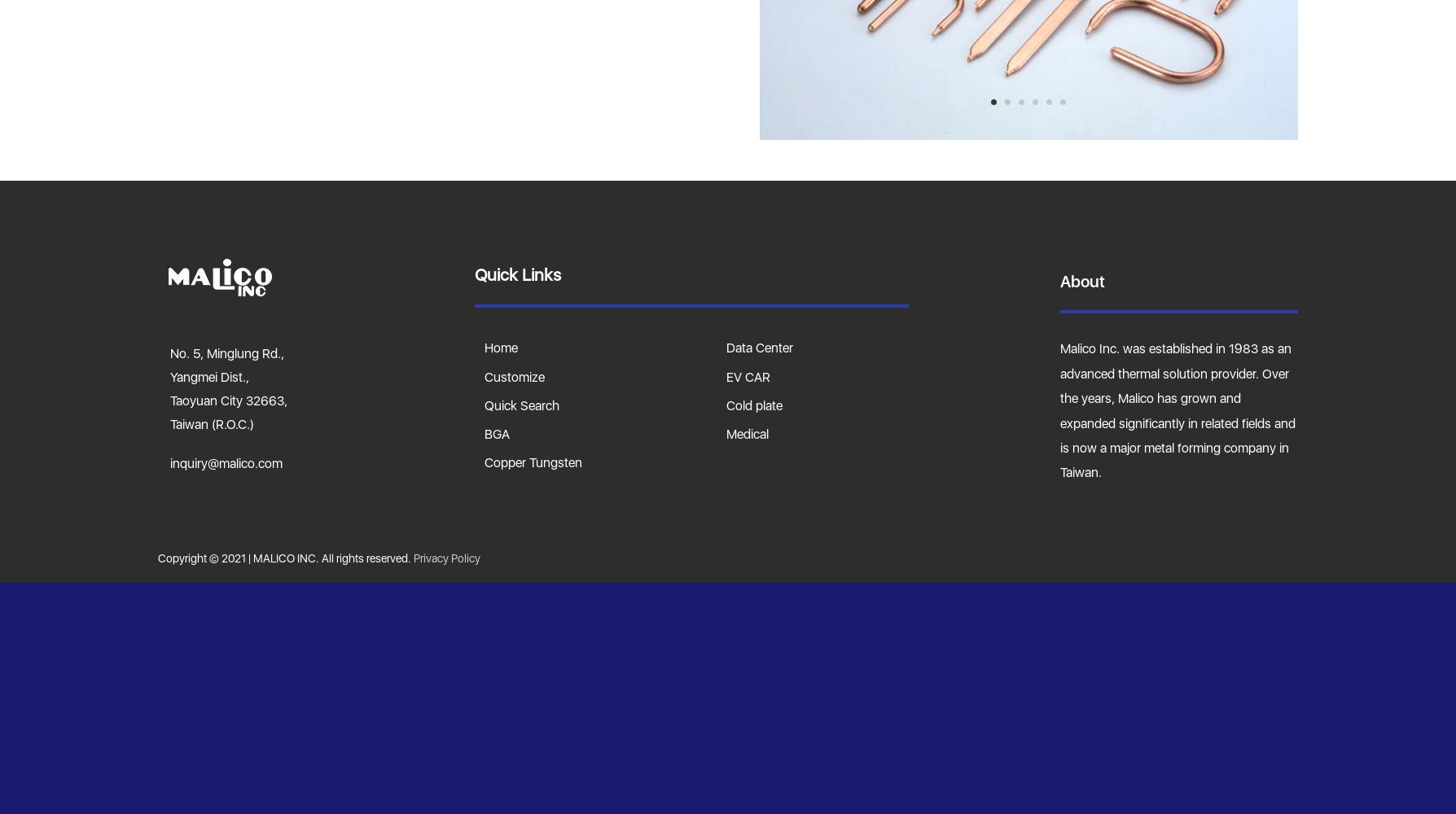 This screenshot has width=1456, height=814. I want to click on 'inquiry@malico.com', so click(169, 462).